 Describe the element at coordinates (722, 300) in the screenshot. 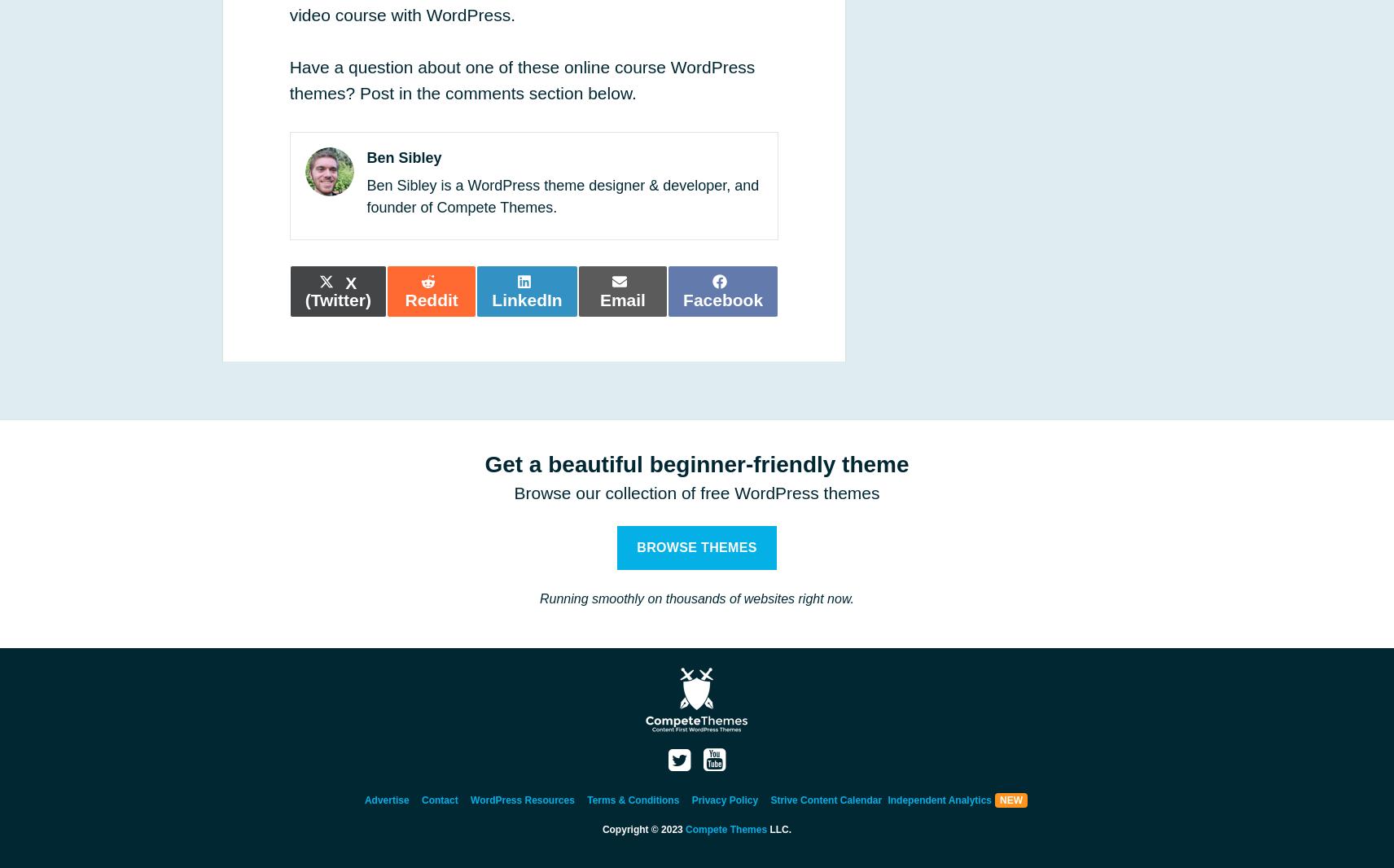

I see `'Facebook'` at that location.